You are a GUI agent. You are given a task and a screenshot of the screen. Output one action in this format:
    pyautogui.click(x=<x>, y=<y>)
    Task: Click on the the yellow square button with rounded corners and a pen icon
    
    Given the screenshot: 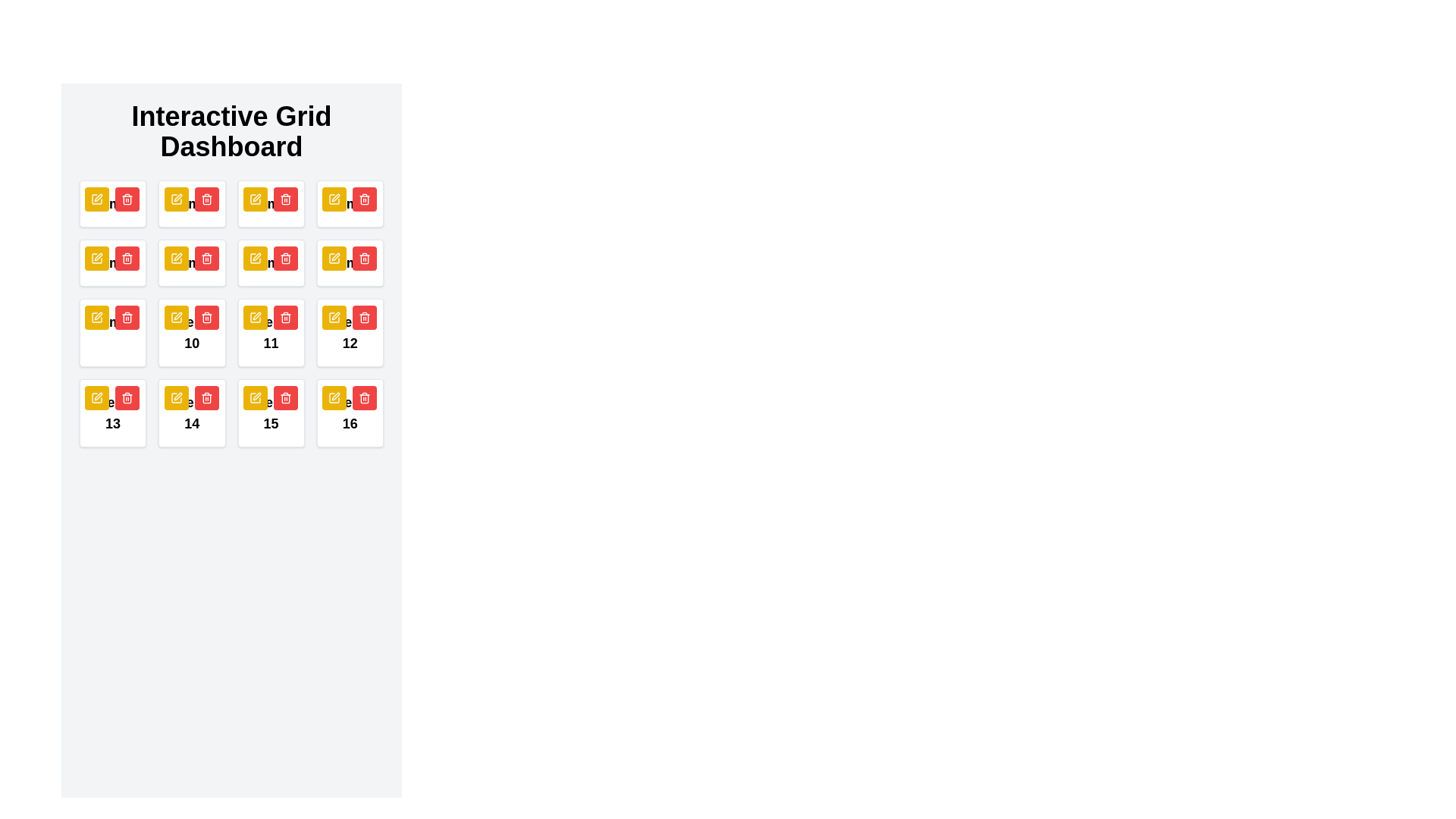 What is the action you would take?
    pyautogui.click(x=334, y=397)
    